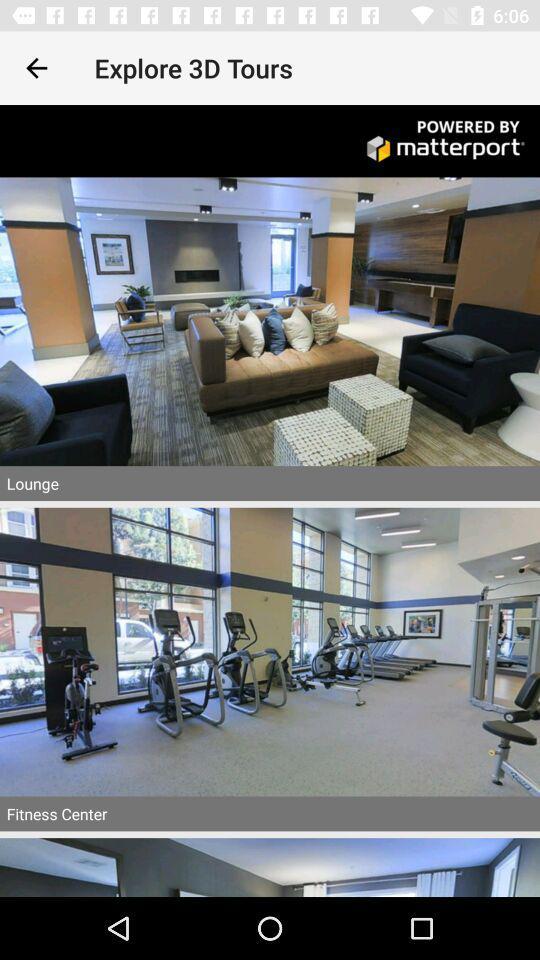  What do you see at coordinates (36, 68) in the screenshot?
I see `item at the top left corner` at bounding box center [36, 68].